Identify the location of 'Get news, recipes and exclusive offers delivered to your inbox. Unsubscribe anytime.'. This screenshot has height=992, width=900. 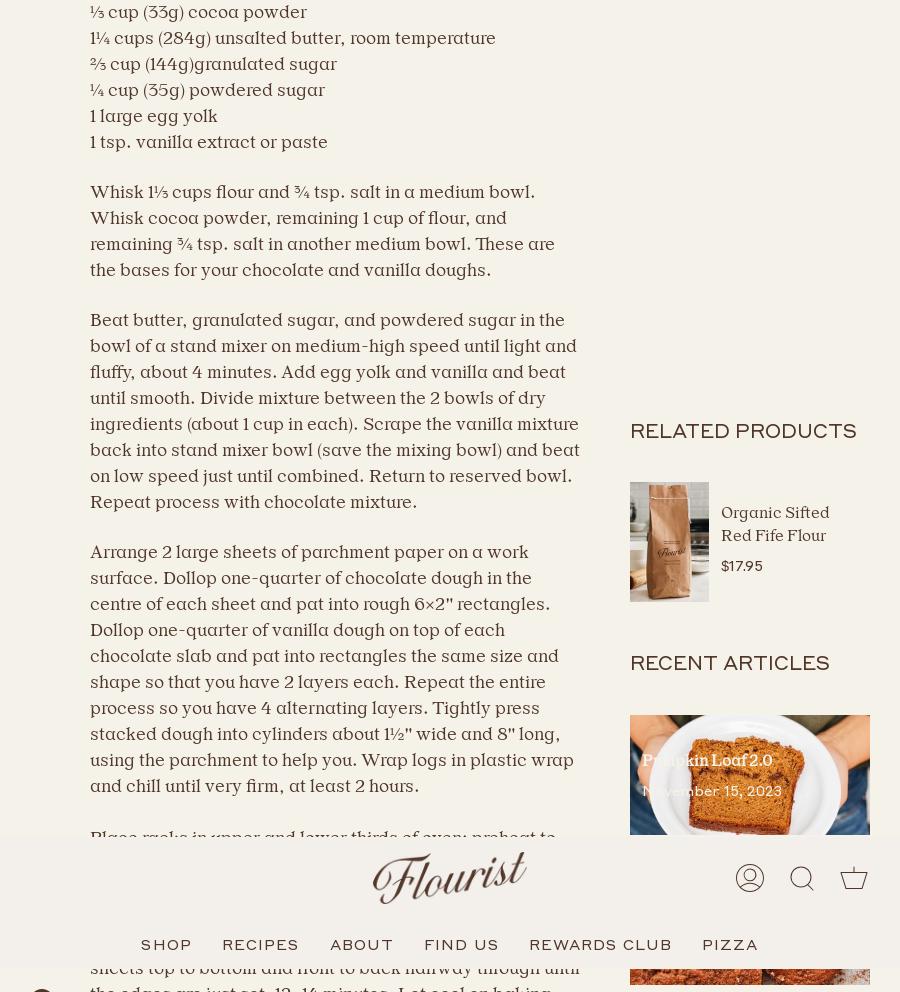
(342, 834).